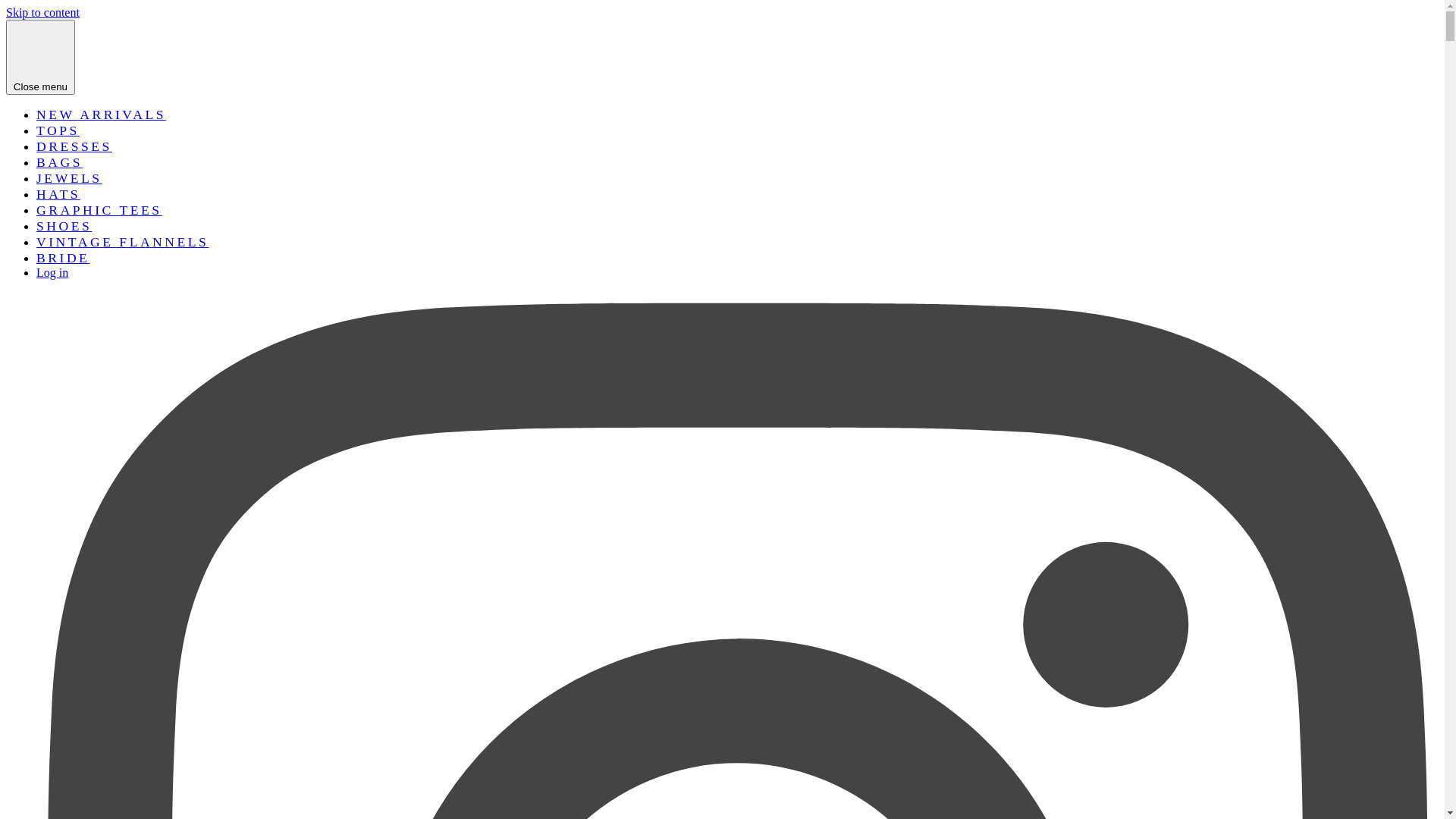 Image resolution: width=1456 pixels, height=819 pixels. I want to click on 'Log in', so click(52, 271).